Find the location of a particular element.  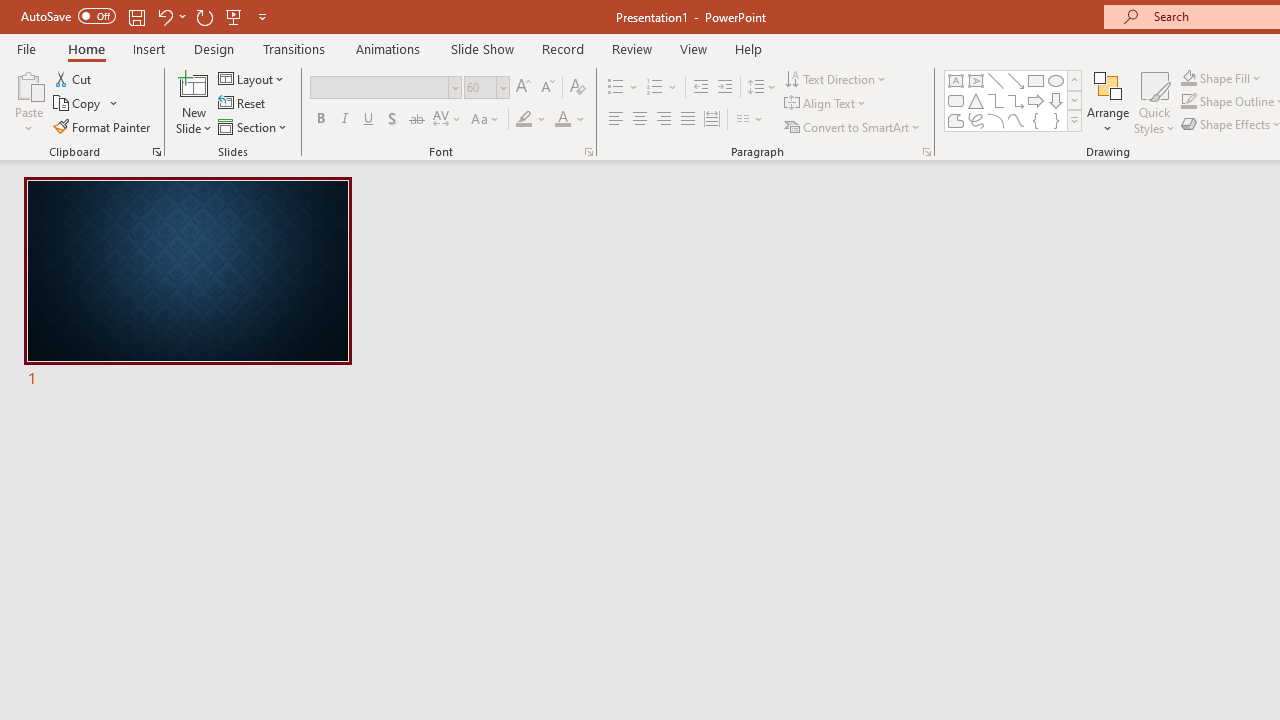

'Vertical Text Box' is located at coordinates (976, 80).